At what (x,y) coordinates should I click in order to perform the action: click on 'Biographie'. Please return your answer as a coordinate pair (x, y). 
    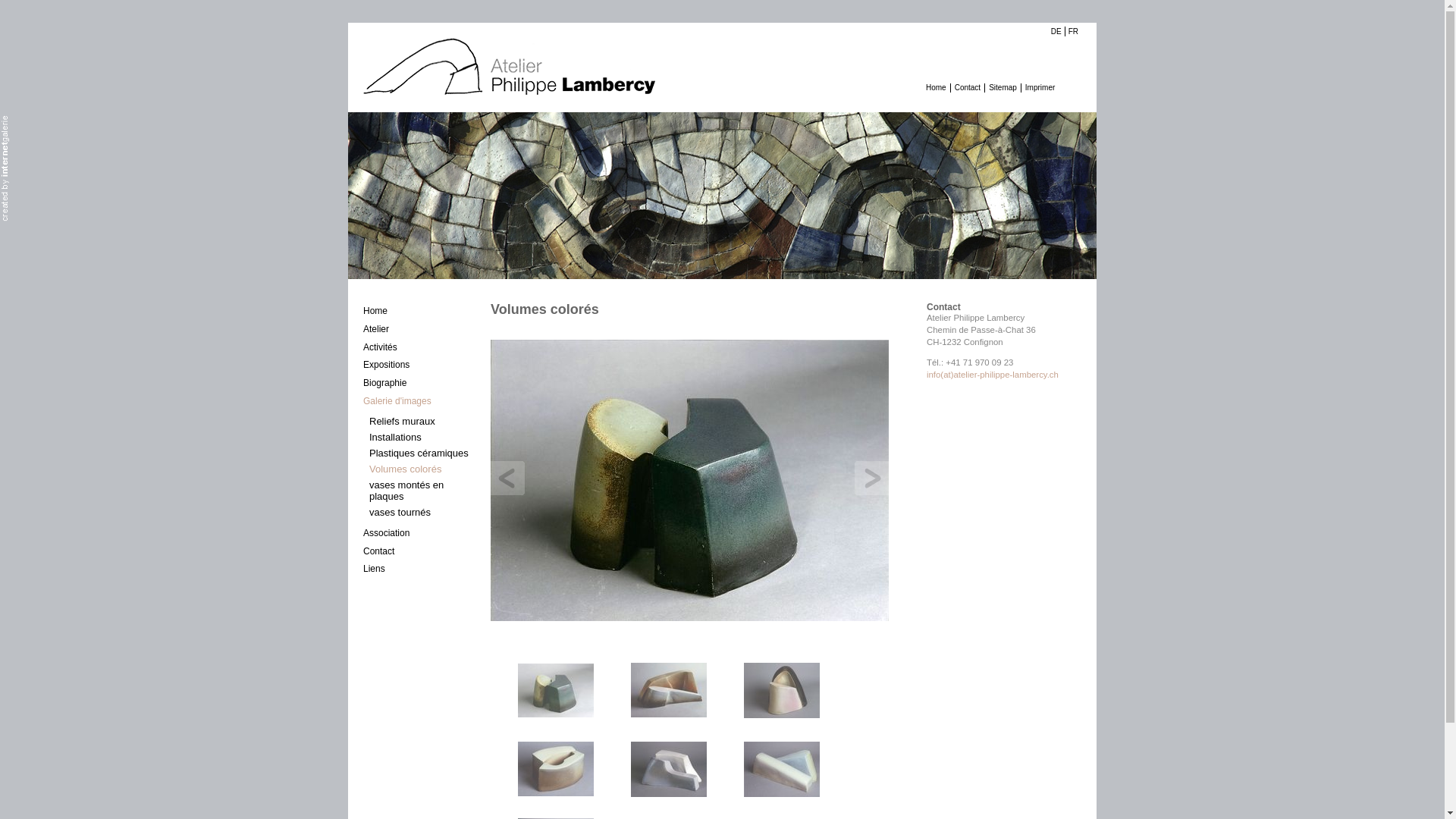
    Looking at the image, I should click on (419, 382).